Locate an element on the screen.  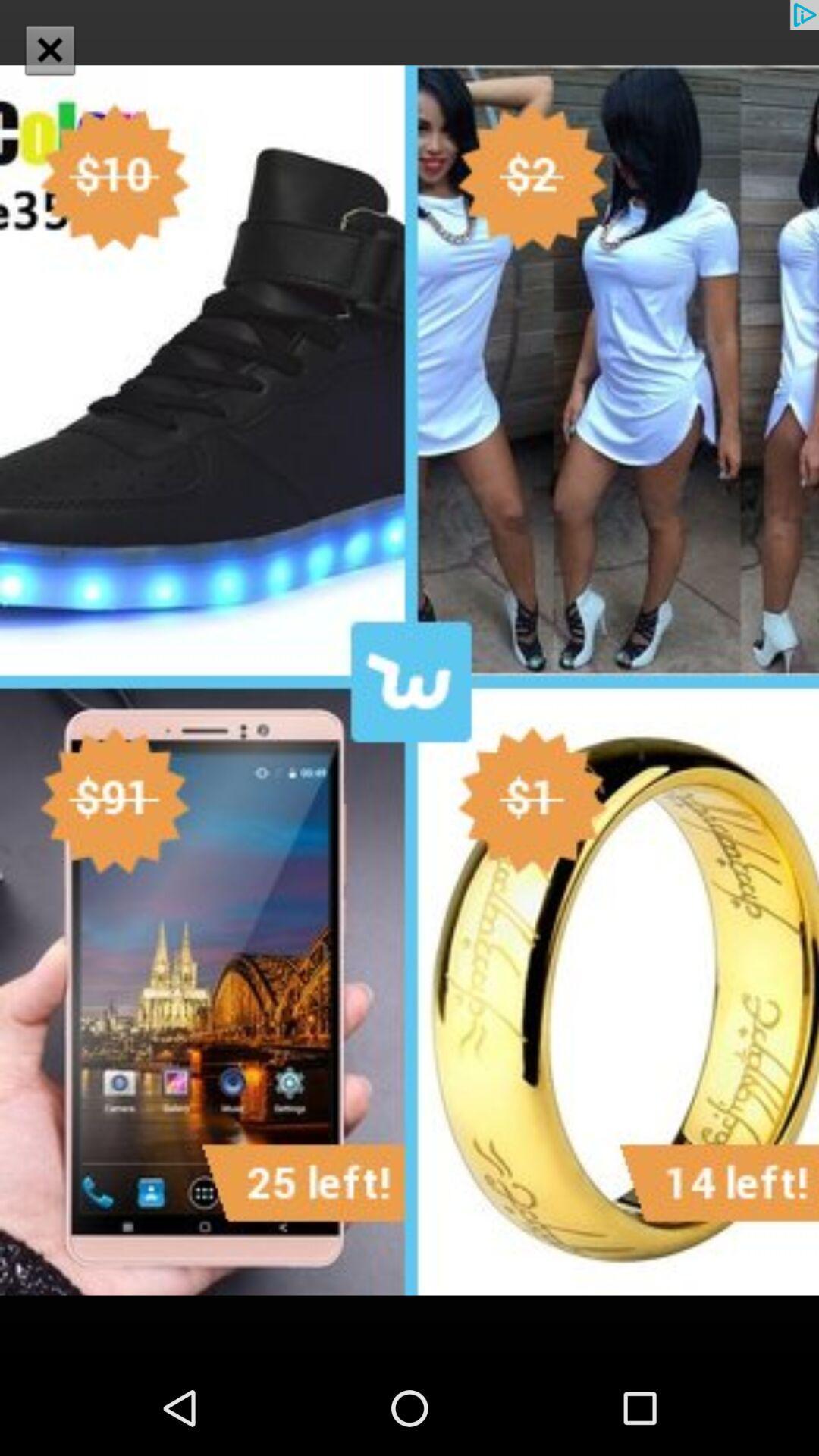
the close icon is located at coordinates (49, 53).